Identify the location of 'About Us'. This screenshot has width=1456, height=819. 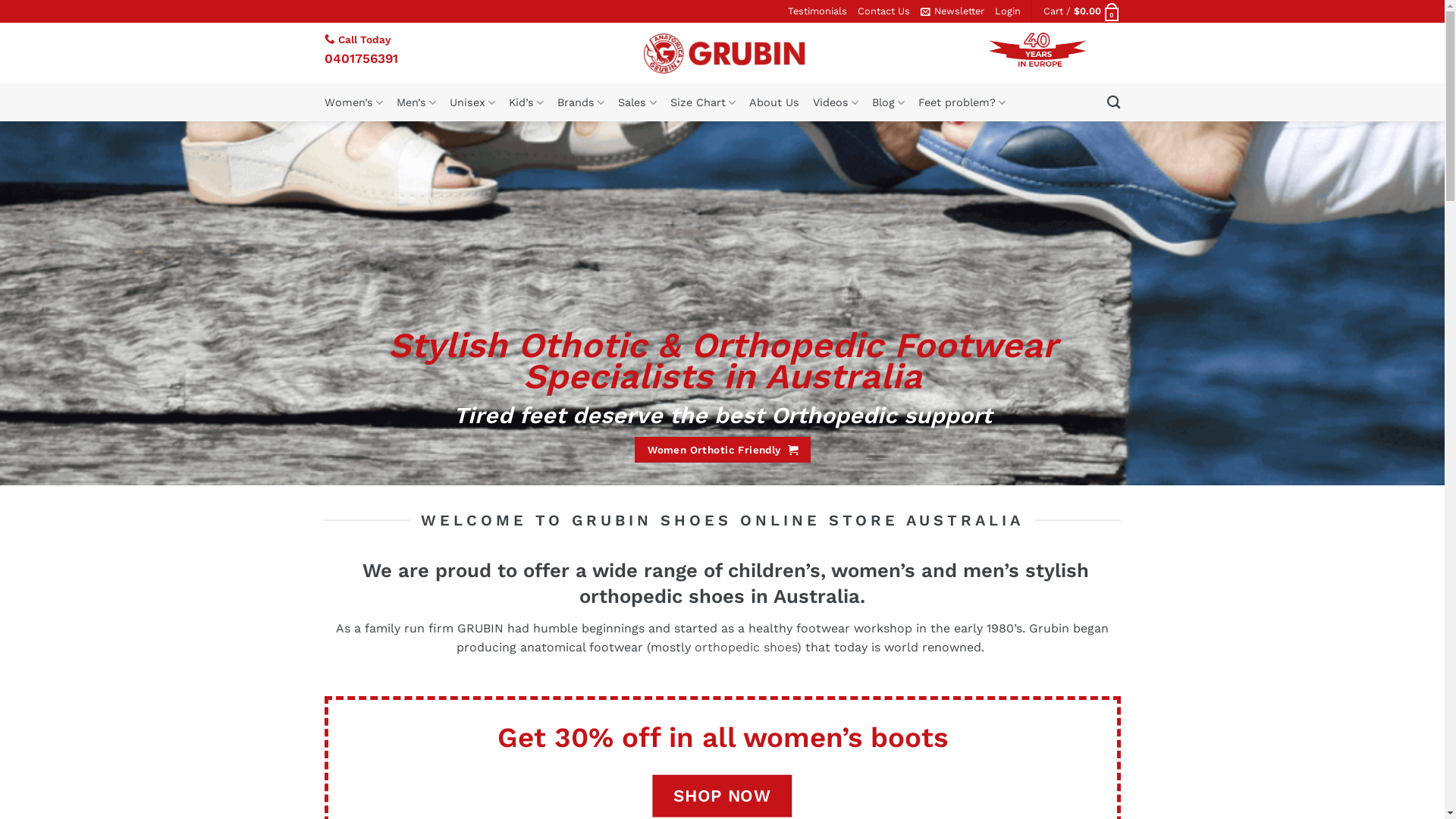
(774, 102).